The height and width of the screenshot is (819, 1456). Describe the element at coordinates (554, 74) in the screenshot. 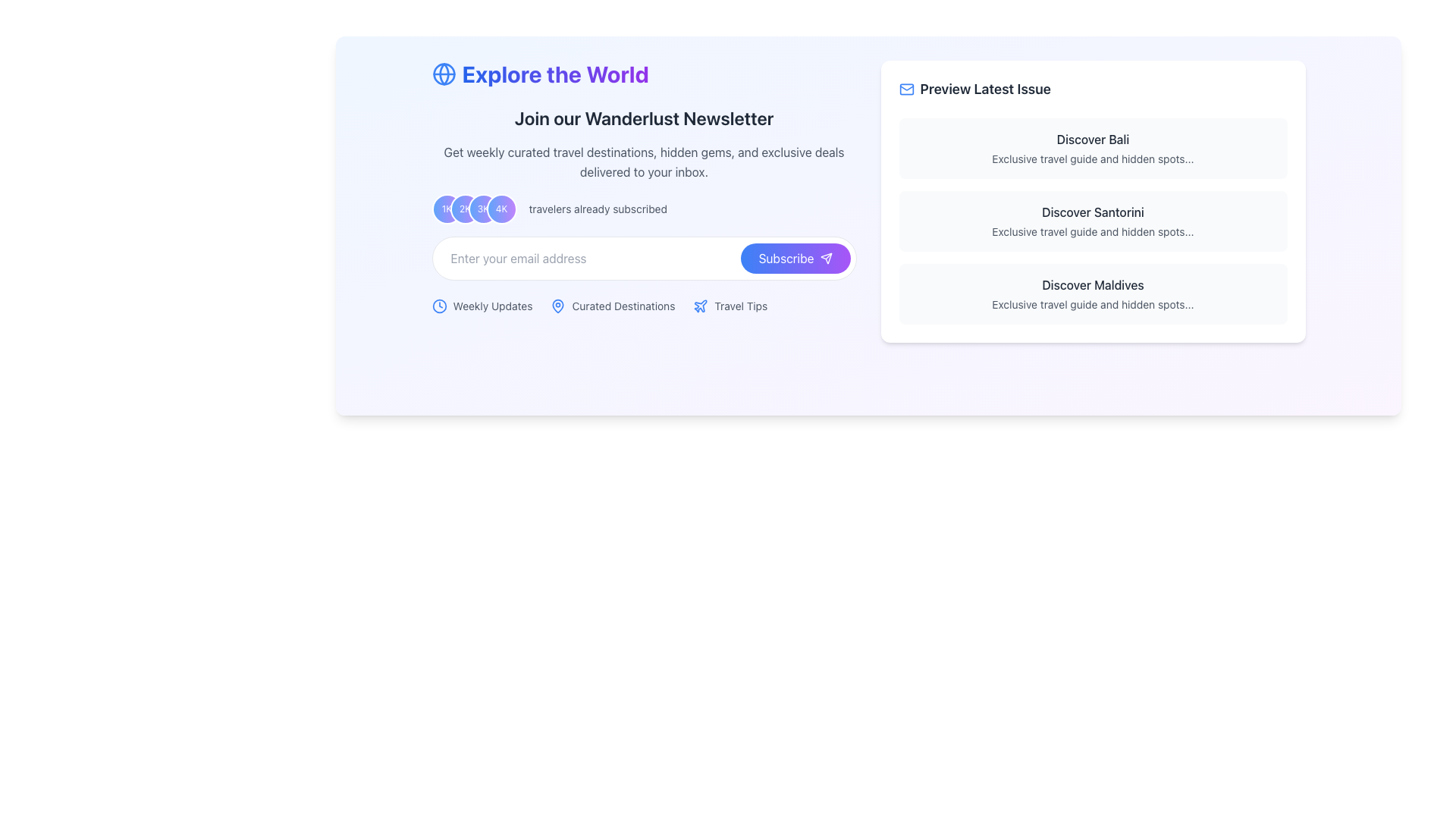

I see `the static header text, which is styled with a bold, large font and gradient coloring, located near the top-left corner of the central content section` at that location.